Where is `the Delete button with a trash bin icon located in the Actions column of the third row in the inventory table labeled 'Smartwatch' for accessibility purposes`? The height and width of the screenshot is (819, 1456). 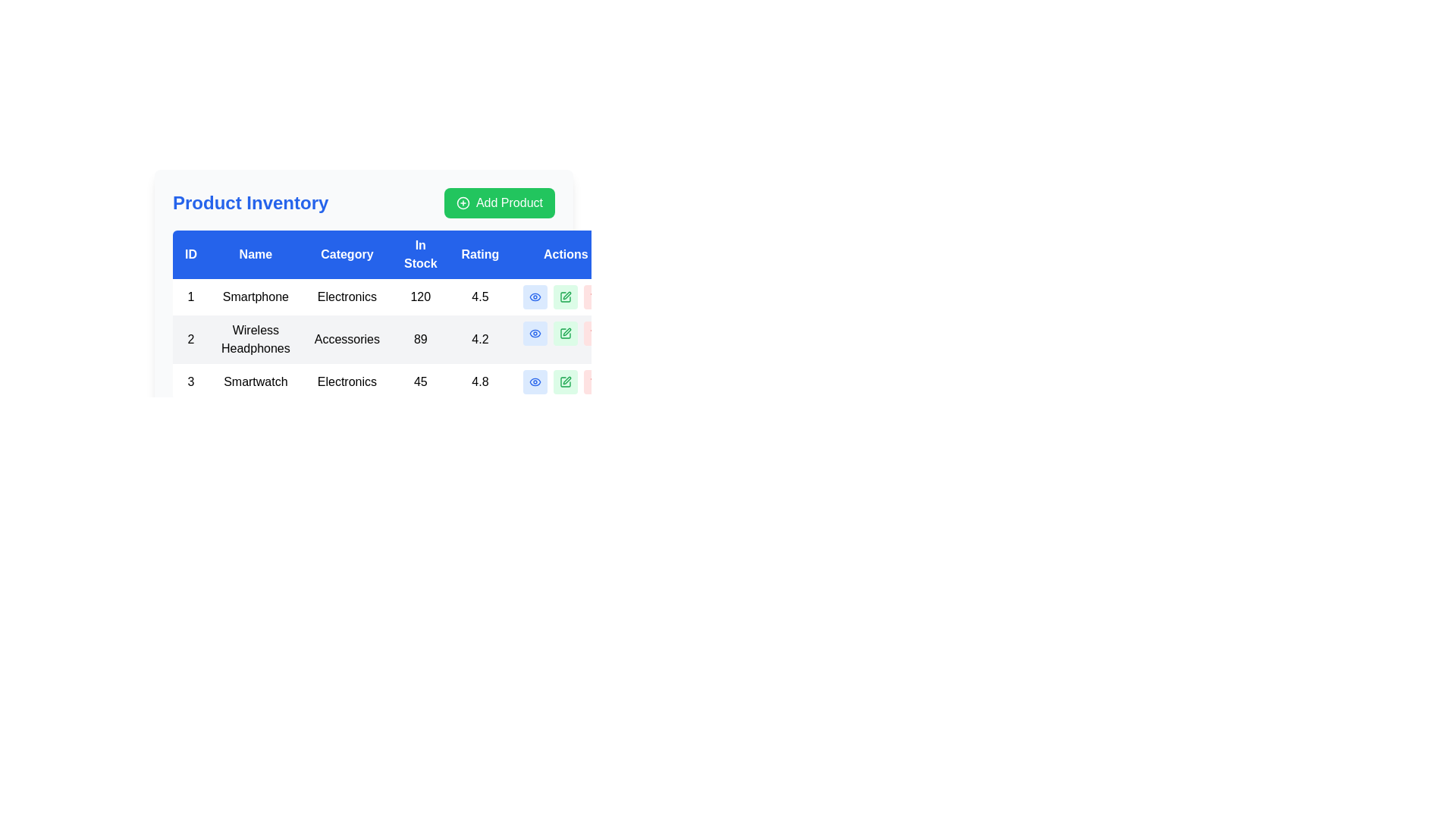 the Delete button with a trash bin icon located in the Actions column of the third row in the inventory table labeled 'Smartwatch' for accessibility purposes is located at coordinates (595, 381).